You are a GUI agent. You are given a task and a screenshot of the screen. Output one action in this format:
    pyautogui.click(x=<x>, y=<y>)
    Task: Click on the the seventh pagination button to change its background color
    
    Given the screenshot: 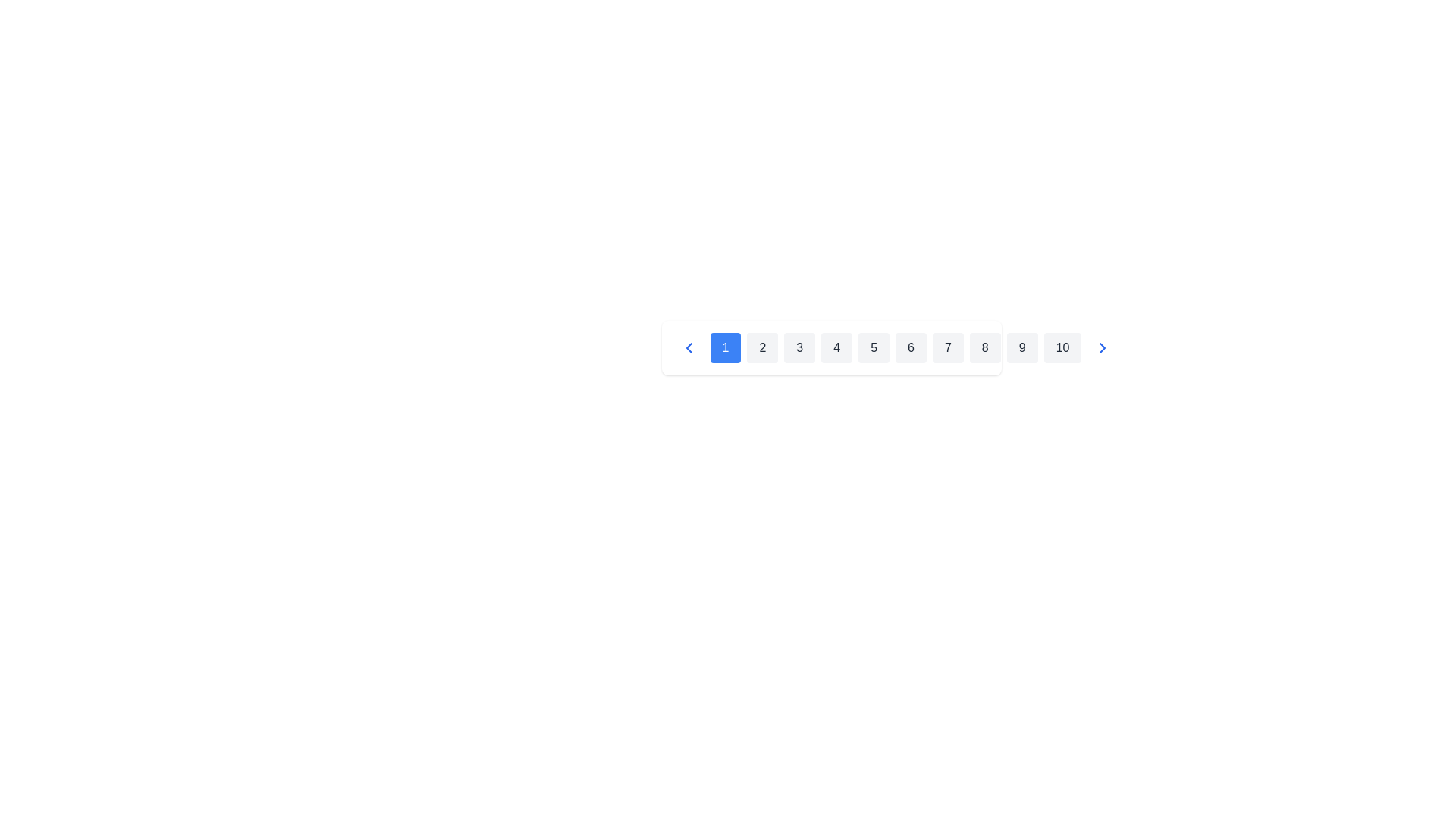 What is the action you would take?
    pyautogui.click(x=947, y=348)
    